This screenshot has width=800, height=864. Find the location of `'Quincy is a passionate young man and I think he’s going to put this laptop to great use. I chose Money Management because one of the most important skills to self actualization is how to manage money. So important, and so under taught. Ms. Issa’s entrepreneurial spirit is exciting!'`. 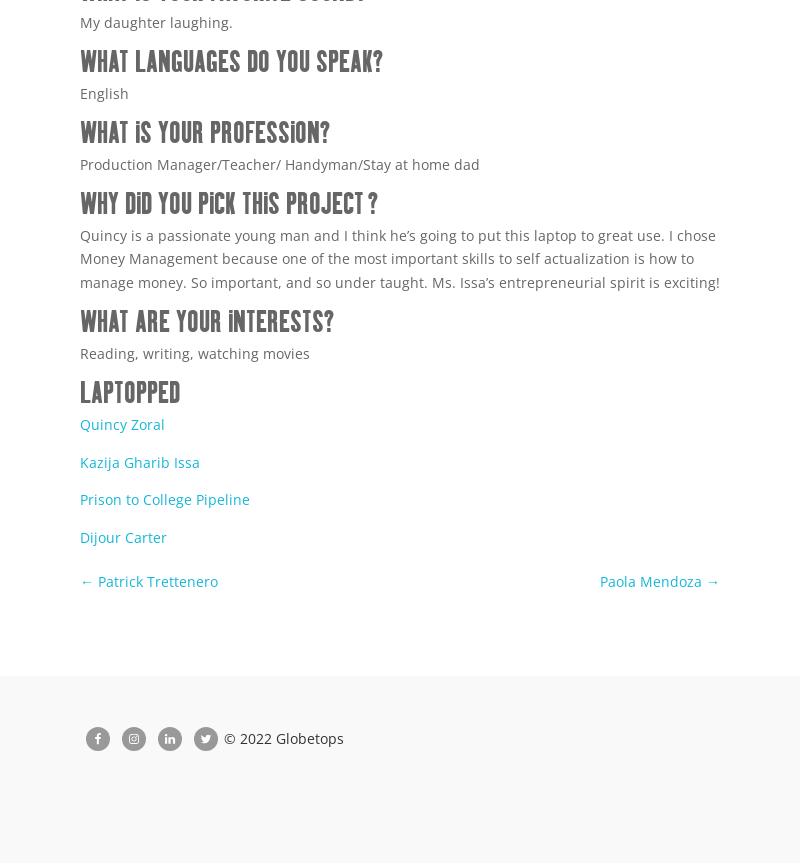

'Quincy is a passionate young man and I think he’s going to put this laptop to great use. I chose Money Management because one of the most important skills to self actualization is how to manage money. So important, and so under taught. Ms. Issa’s entrepreneurial spirit is exciting!' is located at coordinates (400, 258).